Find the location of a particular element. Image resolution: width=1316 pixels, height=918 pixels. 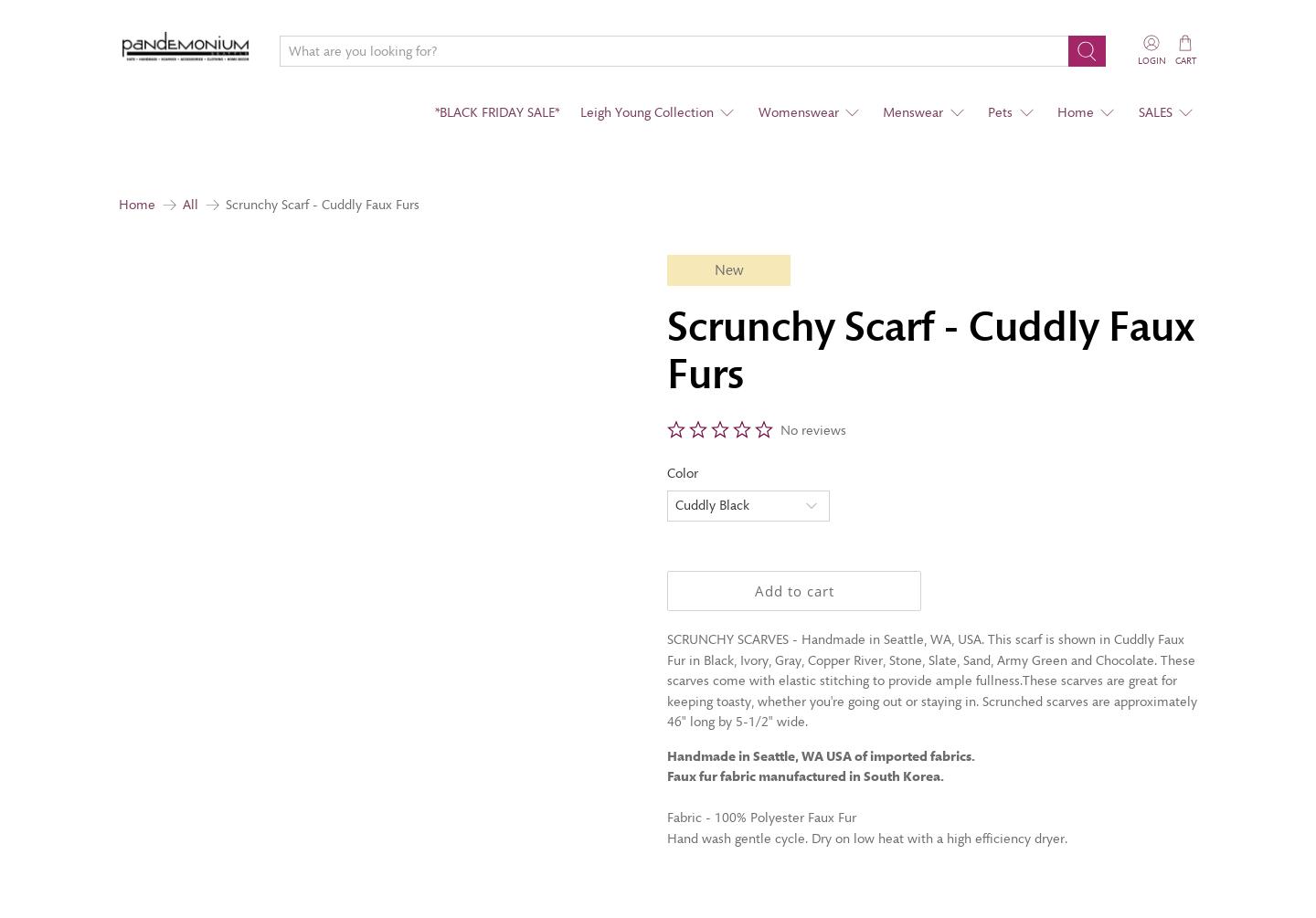

'*BLACK FRIDAY SALE*' is located at coordinates (497, 111).